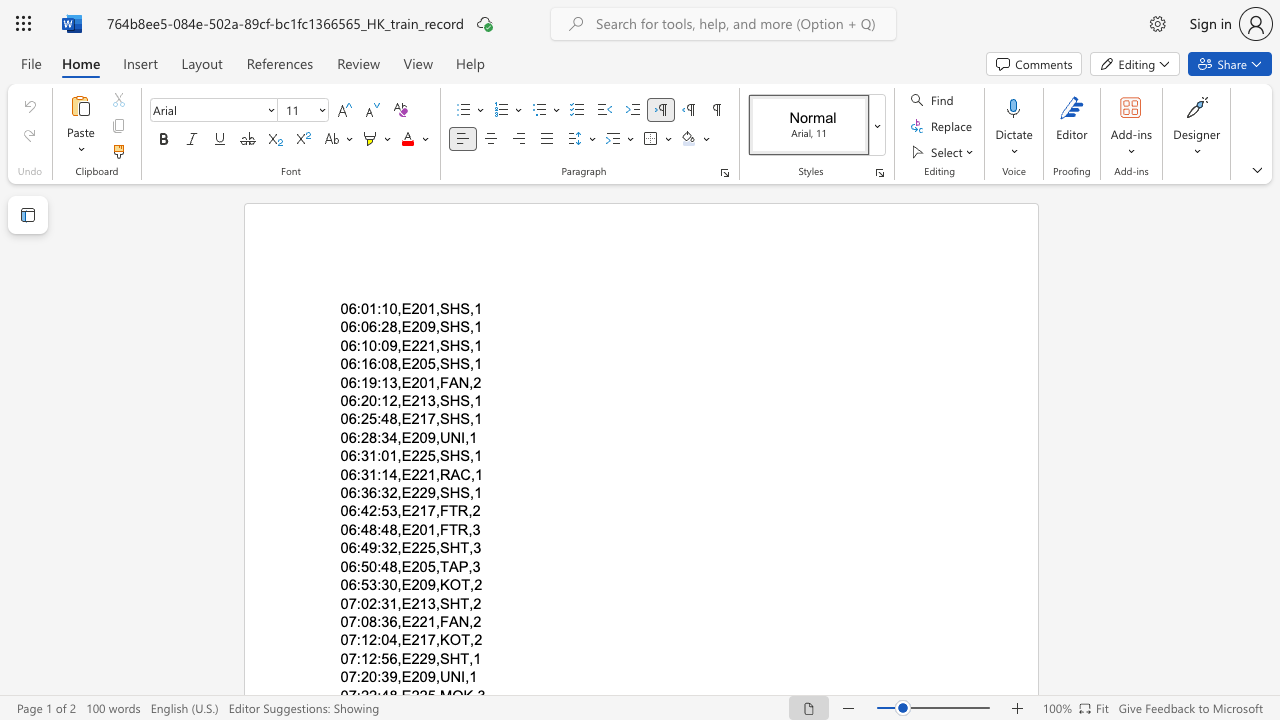 The height and width of the screenshot is (720, 1280). Describe the element at coordinates (397, 602) in the screenshot. I see `the subset text ",E213,S" within the text "07:02:31,E213,SHT,2"` at that location.